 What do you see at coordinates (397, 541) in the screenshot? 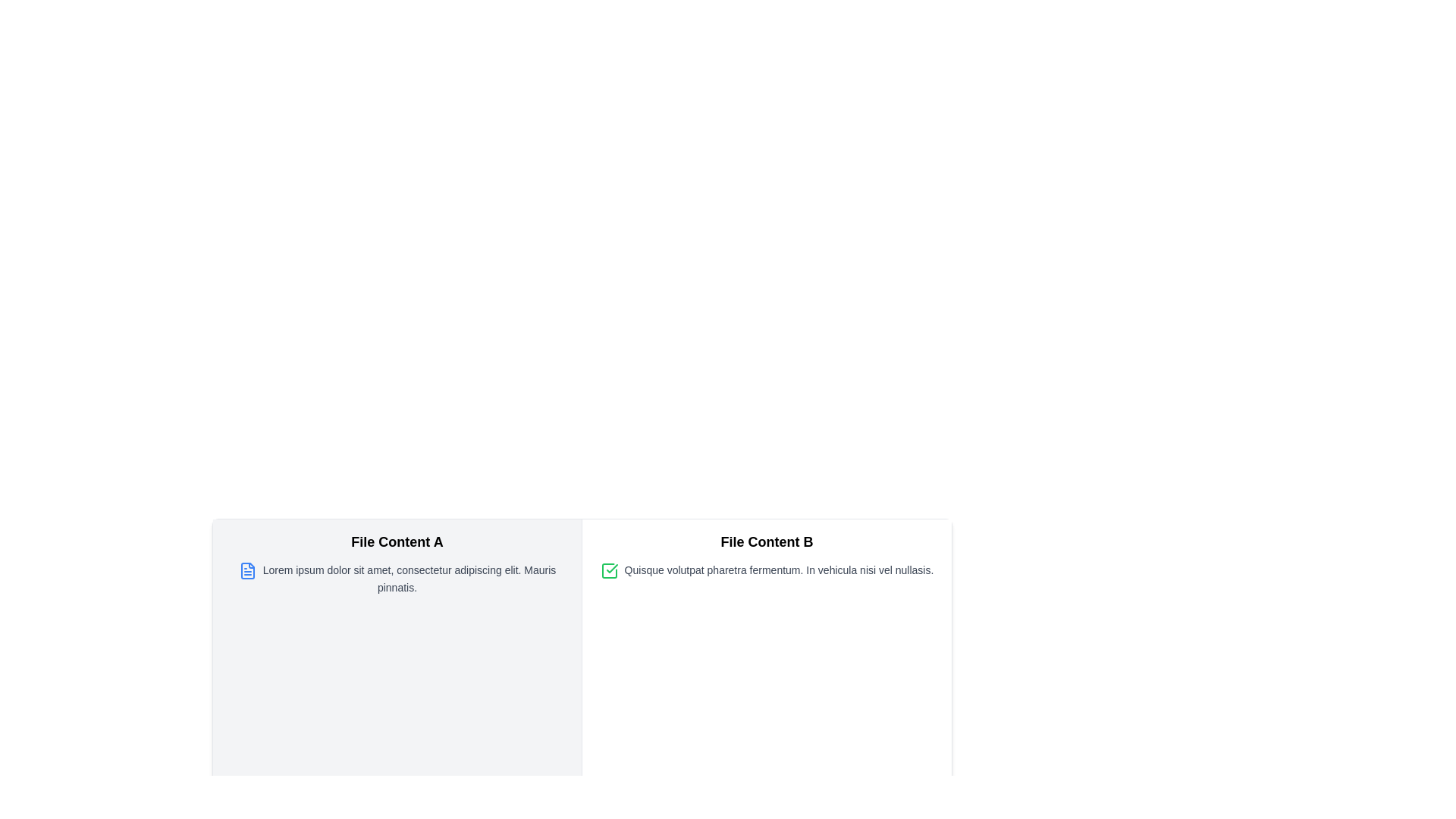
I see `text label 'File Content A' which is a bold and larger font heading located at the top of the left-hand content panel` at bounding box center [397, 541].